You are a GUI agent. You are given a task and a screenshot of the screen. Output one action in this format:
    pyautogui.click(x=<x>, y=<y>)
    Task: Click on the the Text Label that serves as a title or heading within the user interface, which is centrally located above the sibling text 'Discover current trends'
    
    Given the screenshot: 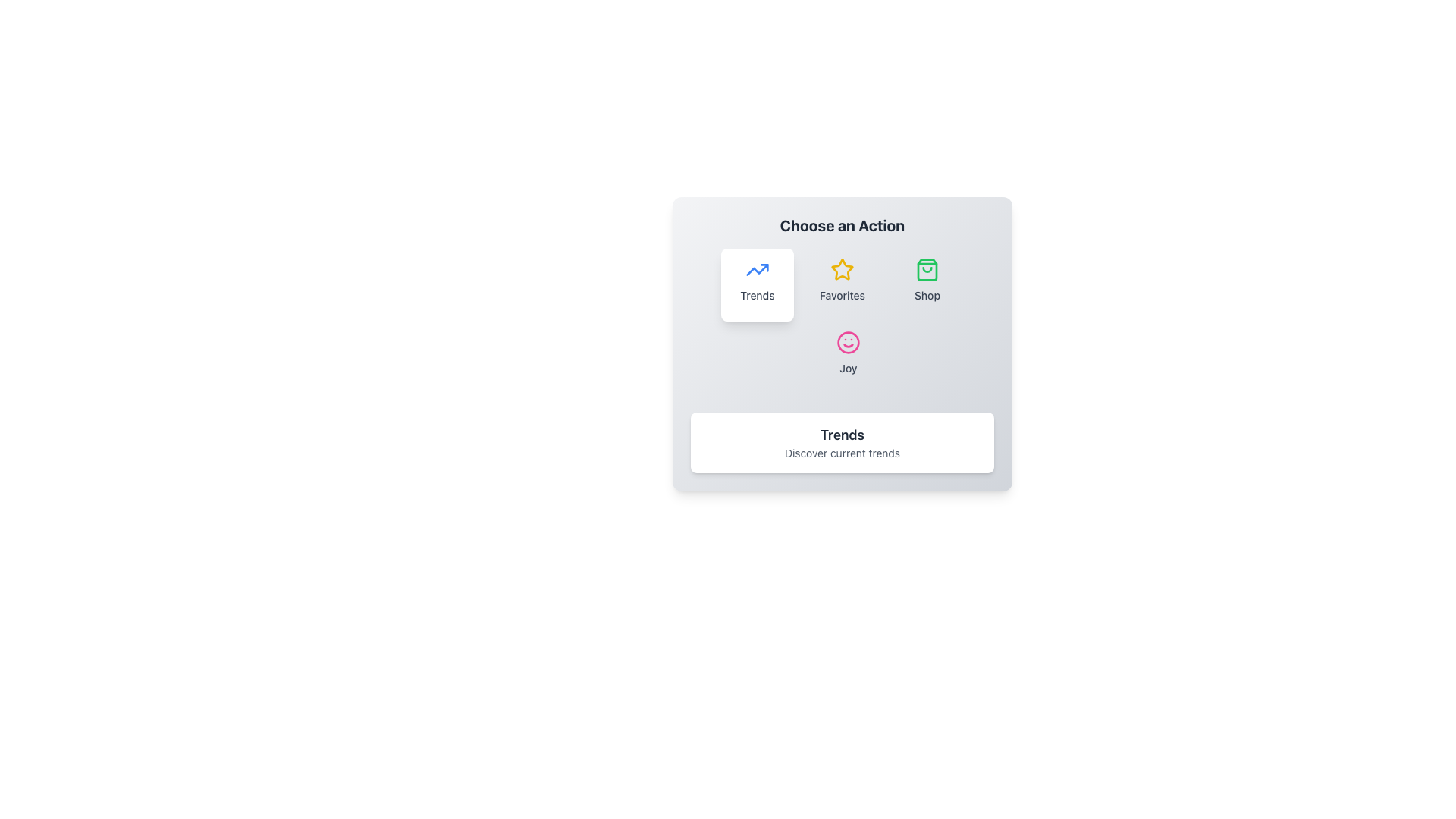 What is the action you would take?
    pyautogui.click(x=841, y=435)
    